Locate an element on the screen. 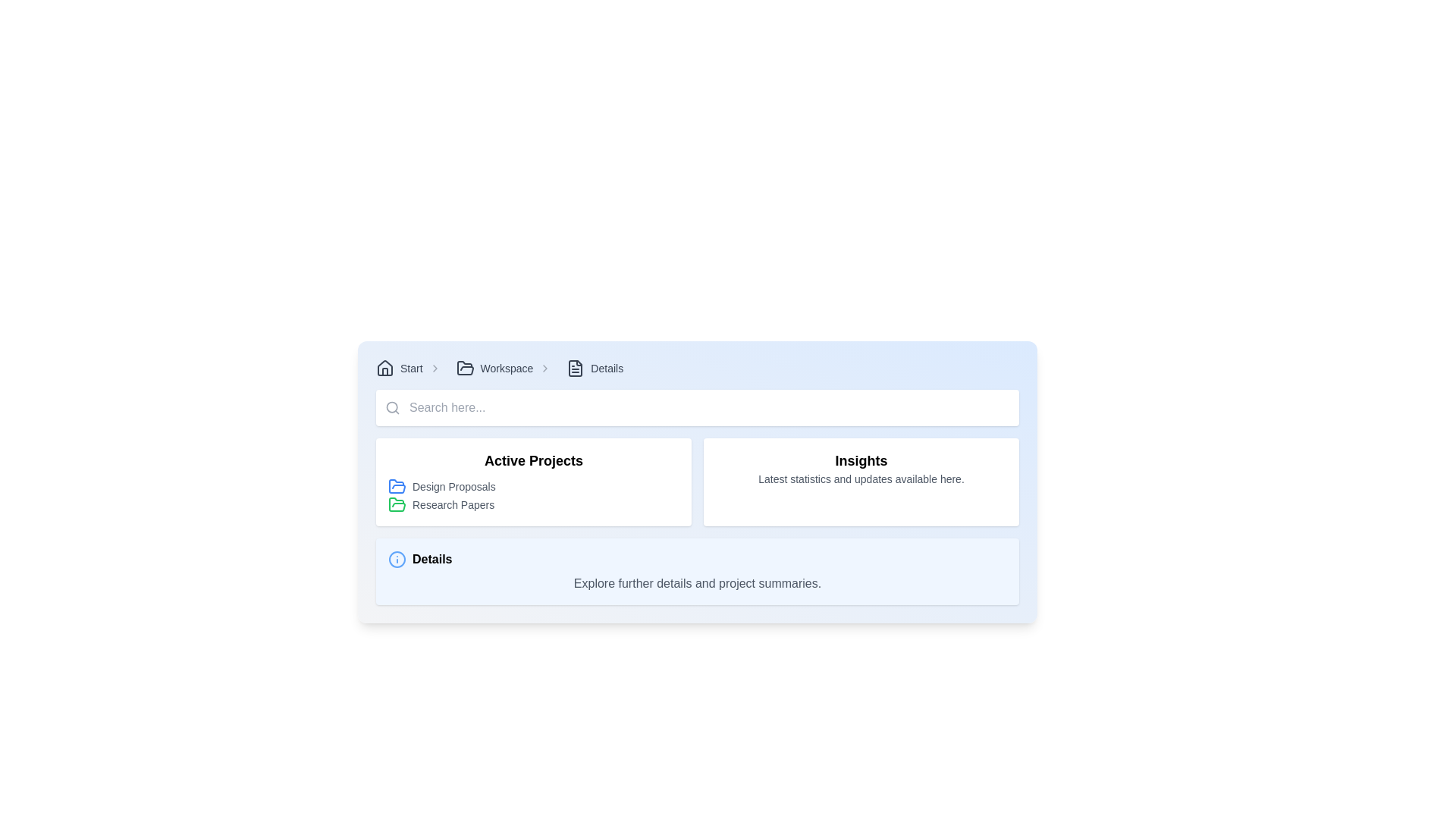  the fourth navigation link under the breadcrumb navigation, located to the right of the 'Workspace' label is located at coordinates (594, 369).